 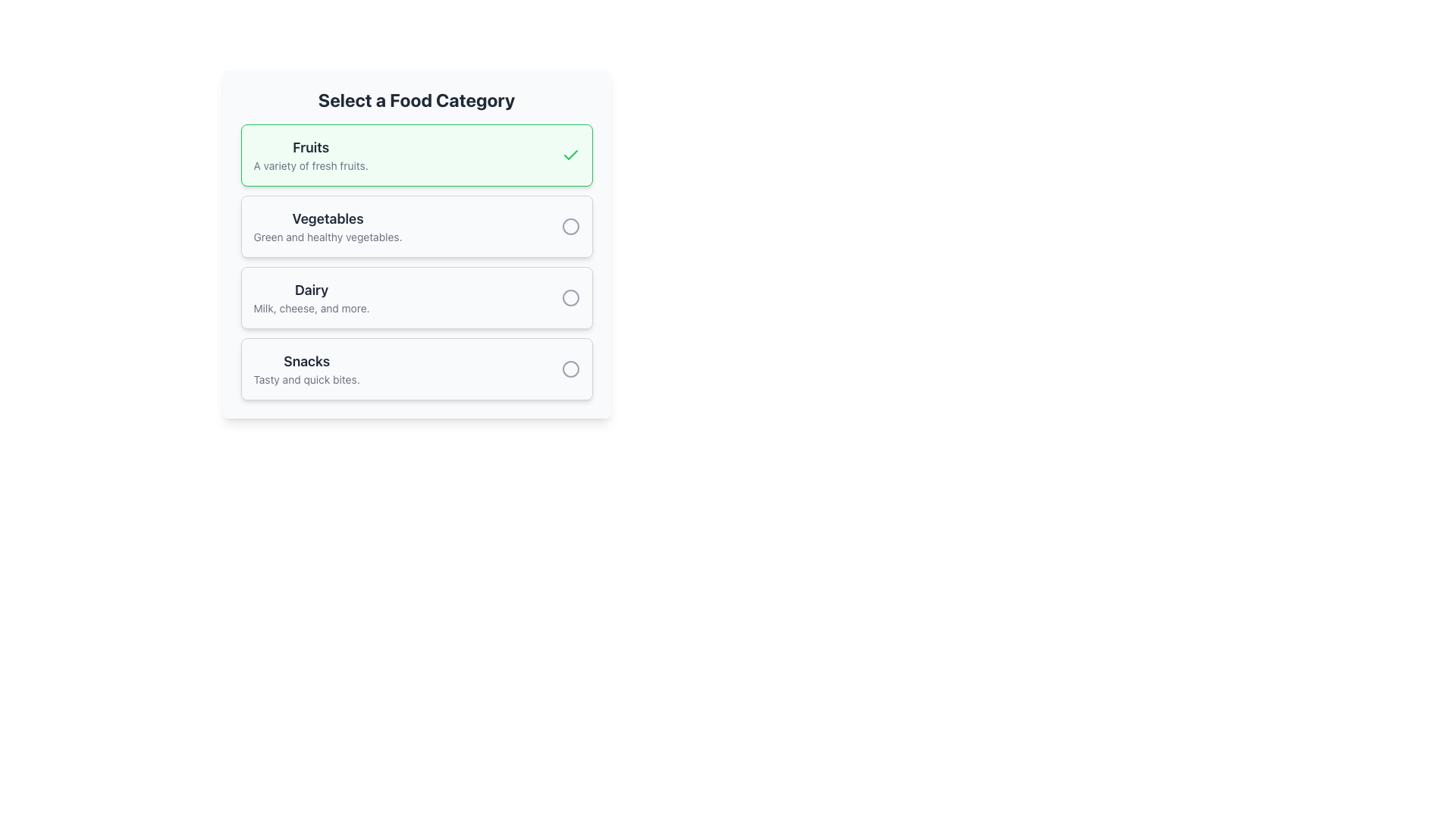 What do you see at coordinates (570, 298) in the screenshot?
I see `the circular radio button located within the 'Dairy' section of the food category selection list` at bounding box center [570, 298].